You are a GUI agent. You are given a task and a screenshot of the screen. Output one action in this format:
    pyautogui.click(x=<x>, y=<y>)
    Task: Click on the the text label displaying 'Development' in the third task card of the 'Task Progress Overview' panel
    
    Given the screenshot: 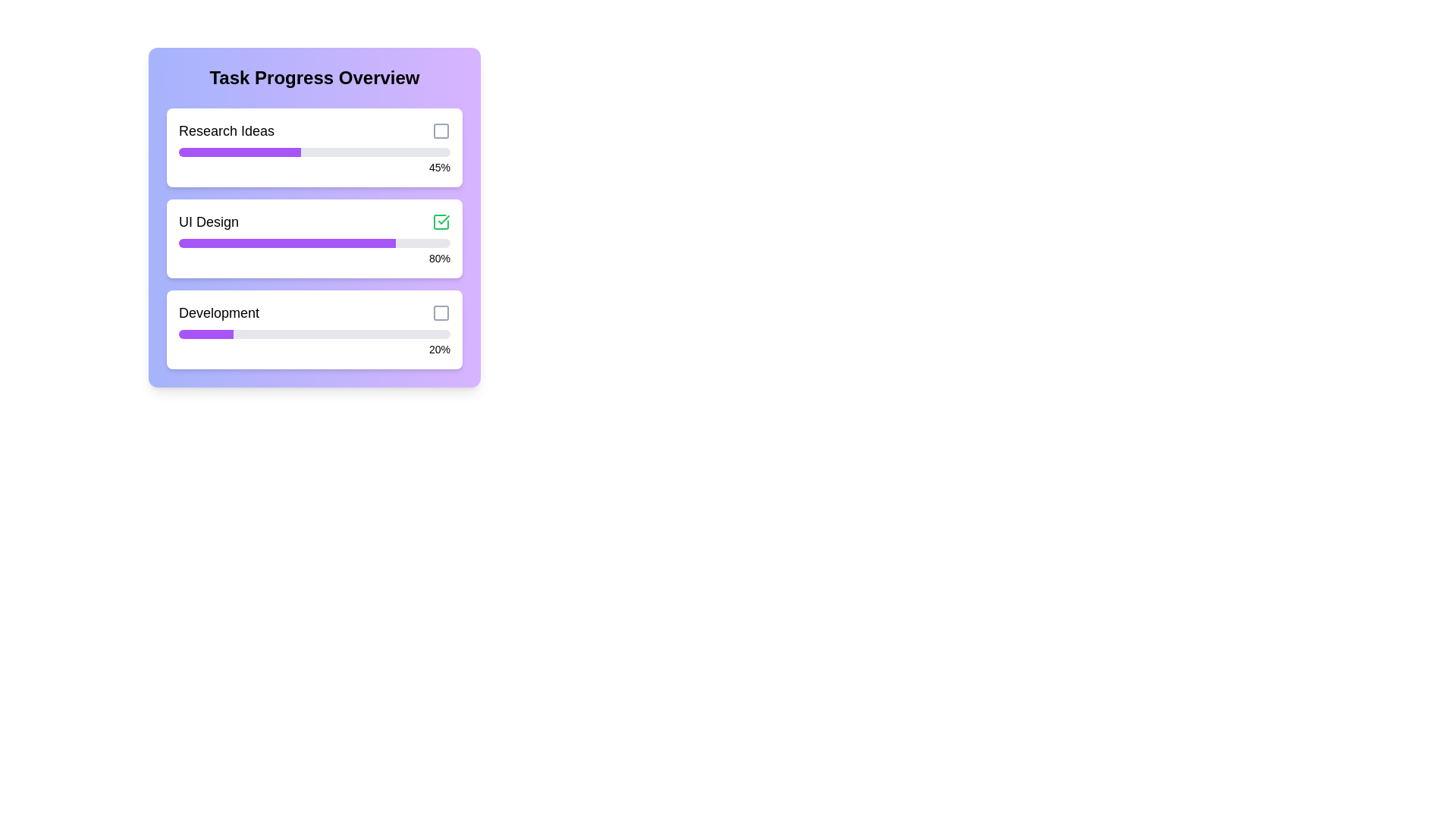 What is the action you would take?
    pyautogui.click(x=218, y=312)
    